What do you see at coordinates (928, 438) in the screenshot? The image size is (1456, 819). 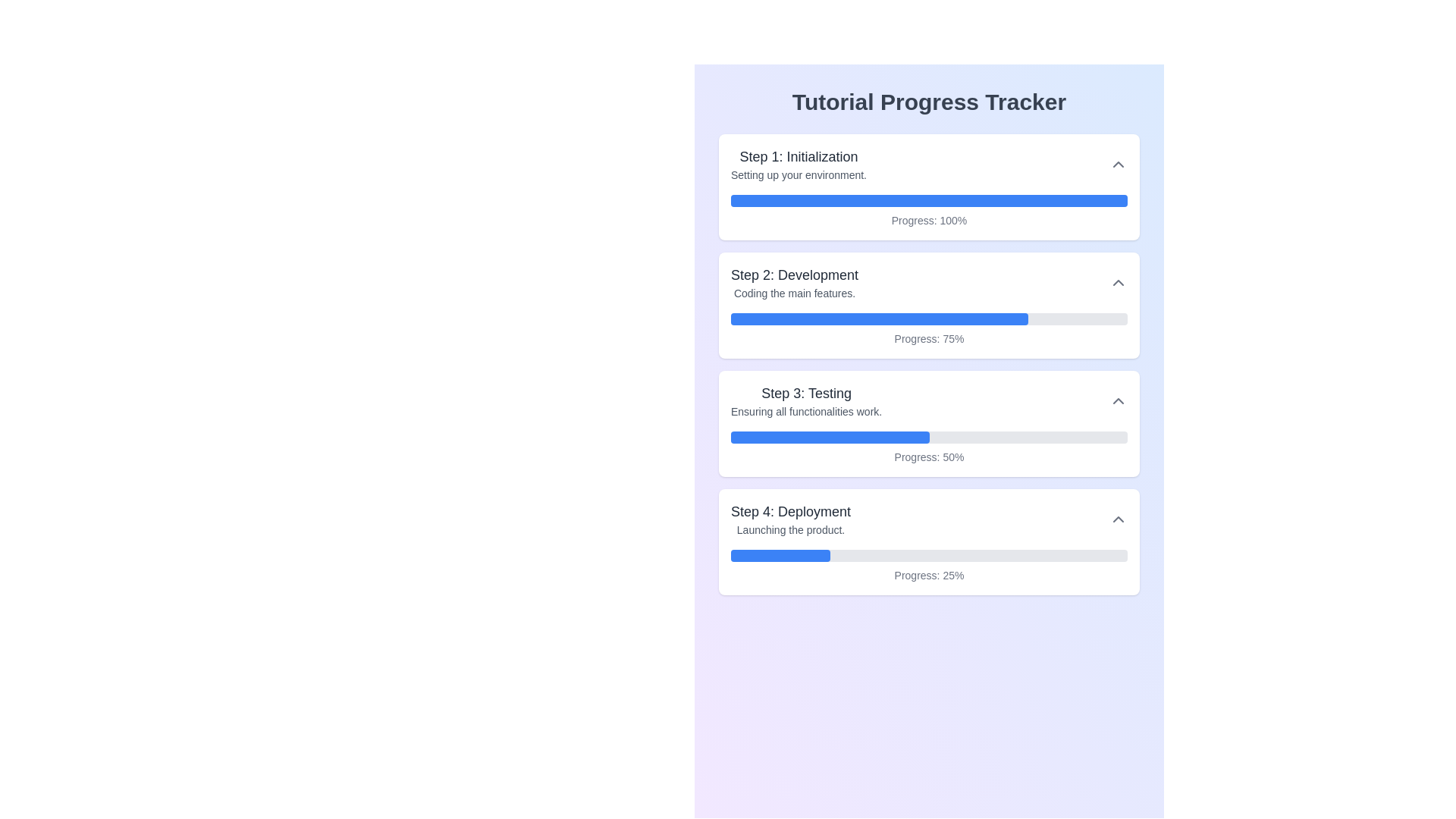 I see `the progress bar indicating 'Step 3: Testing' which visually represents 50% completion` at bounding box center [928, 438].